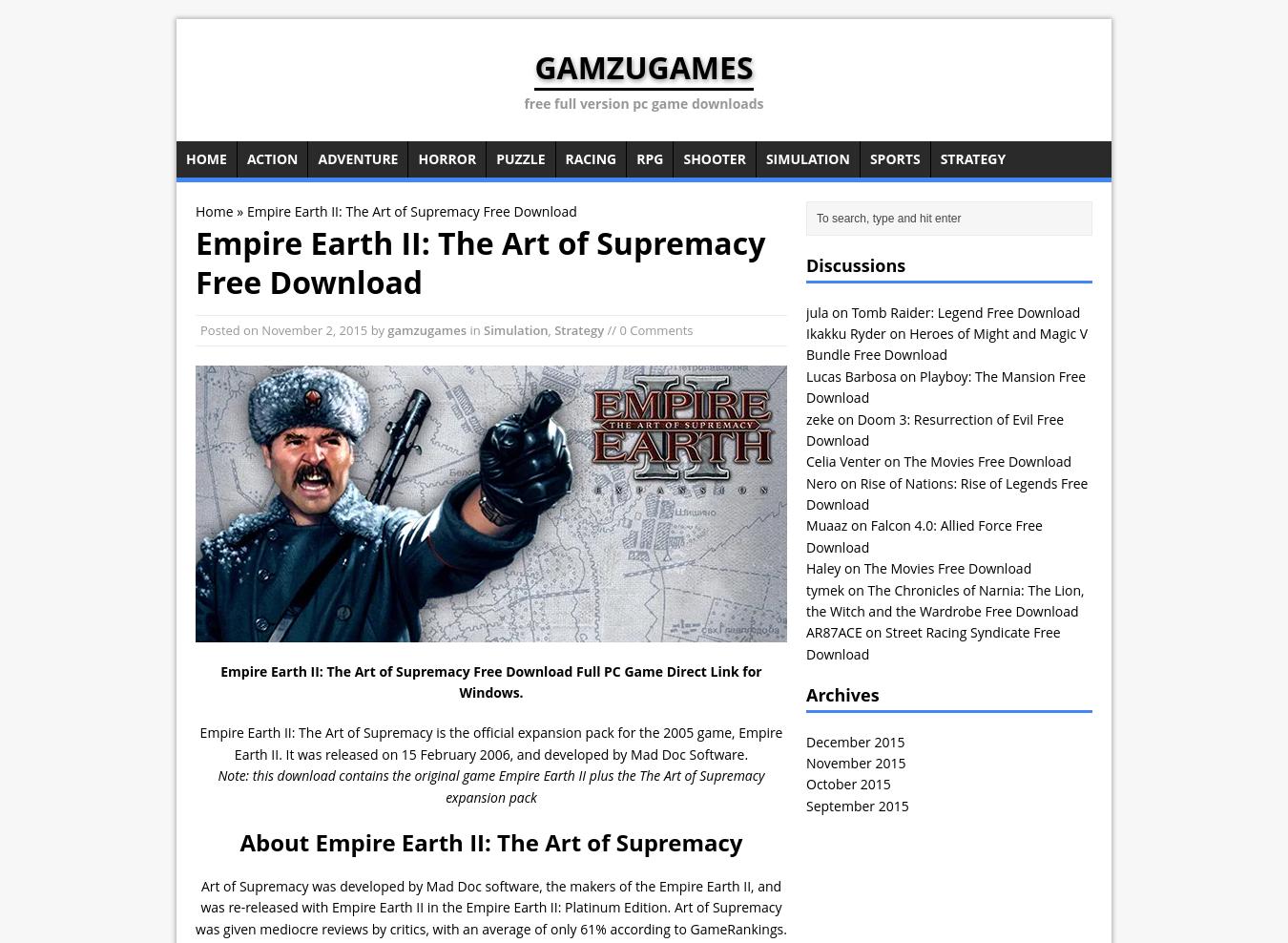 The height and width of the screenshot is (943, 1288). I want to click on 'Archives', so click(842, 694).